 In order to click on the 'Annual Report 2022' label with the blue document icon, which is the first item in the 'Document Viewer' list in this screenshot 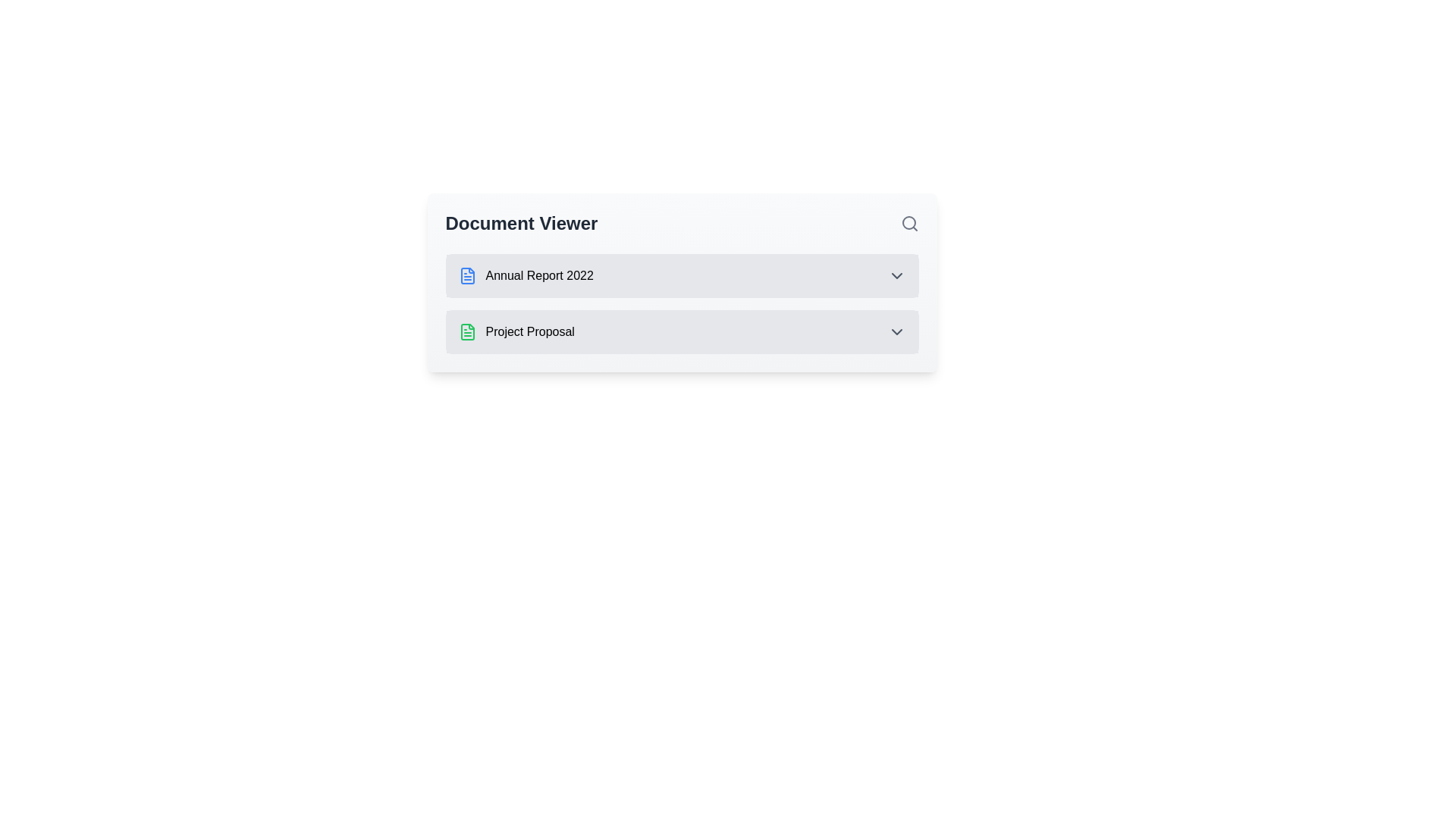, I will do `click(526, 275)`.